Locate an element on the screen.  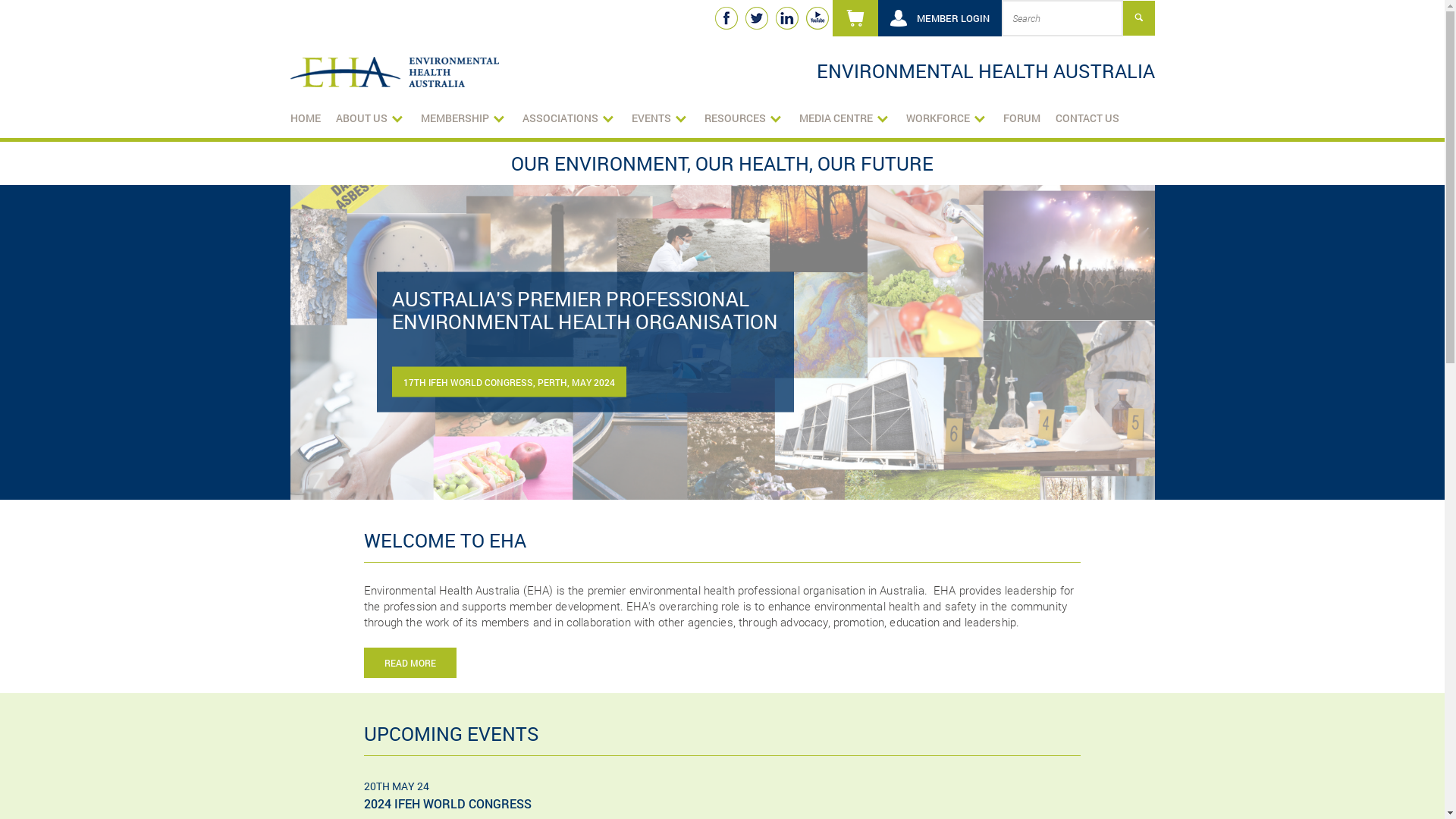
'HOME' is located at coordinates (304, 117).